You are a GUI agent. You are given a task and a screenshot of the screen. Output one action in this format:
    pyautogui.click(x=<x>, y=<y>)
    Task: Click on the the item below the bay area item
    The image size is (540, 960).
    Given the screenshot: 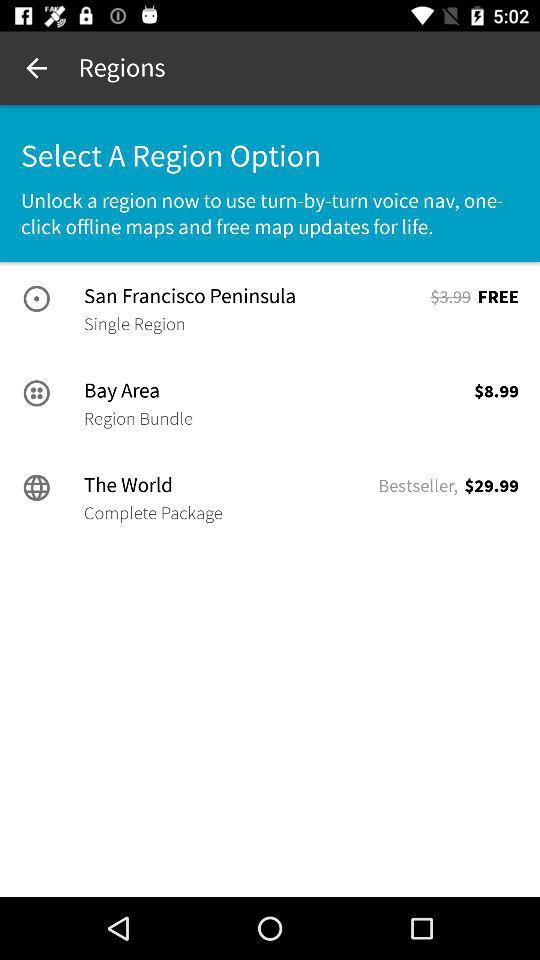 What is the action you would take?
    pyautogui.click(x=137, y=417)
    